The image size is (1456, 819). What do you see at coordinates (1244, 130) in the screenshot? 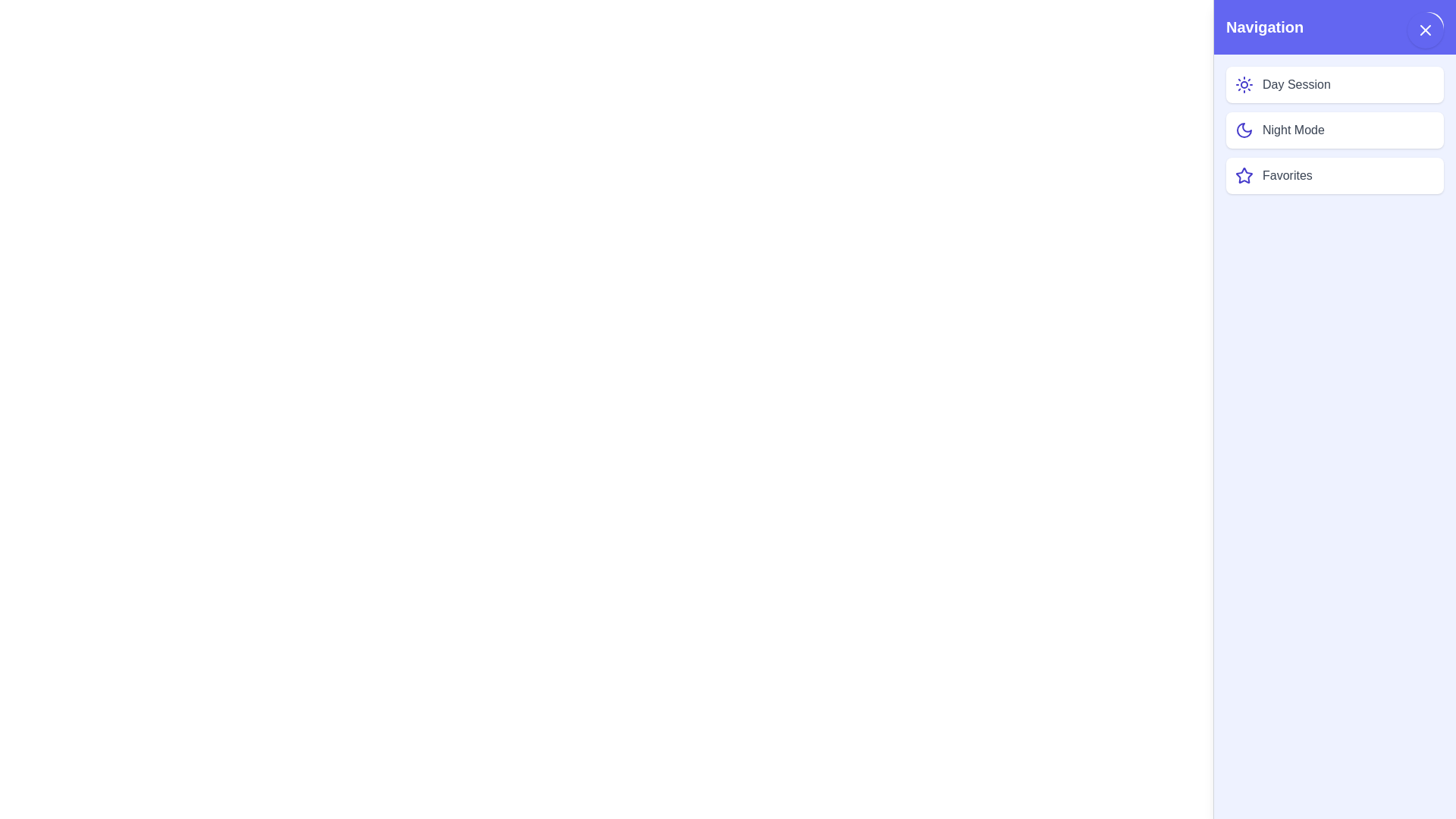
I see `the icon next to the list item Night Mode to perform the associated action` at bounding box center [1244, 130].